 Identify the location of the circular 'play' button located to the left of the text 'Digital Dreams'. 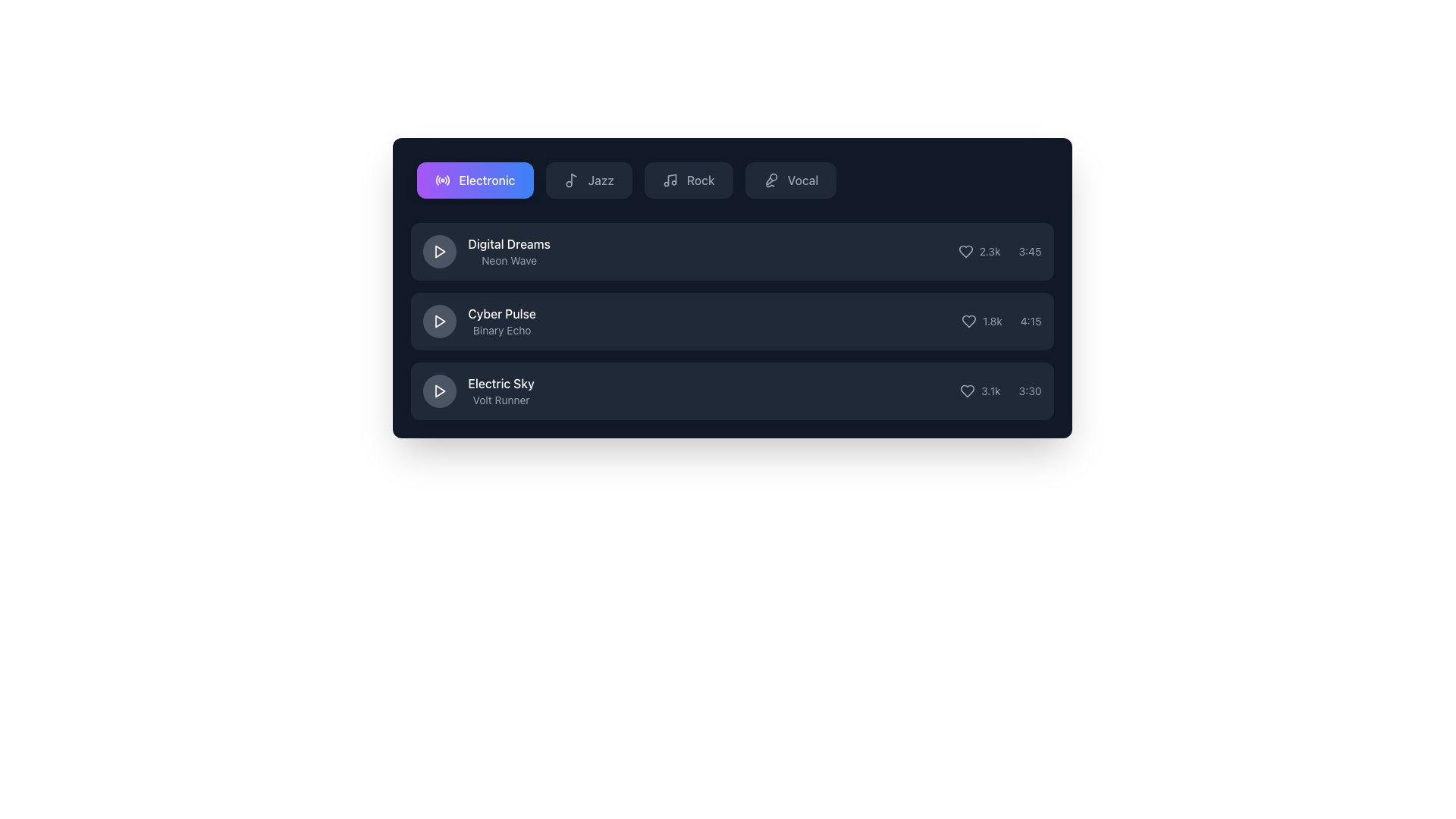
(439, 250).